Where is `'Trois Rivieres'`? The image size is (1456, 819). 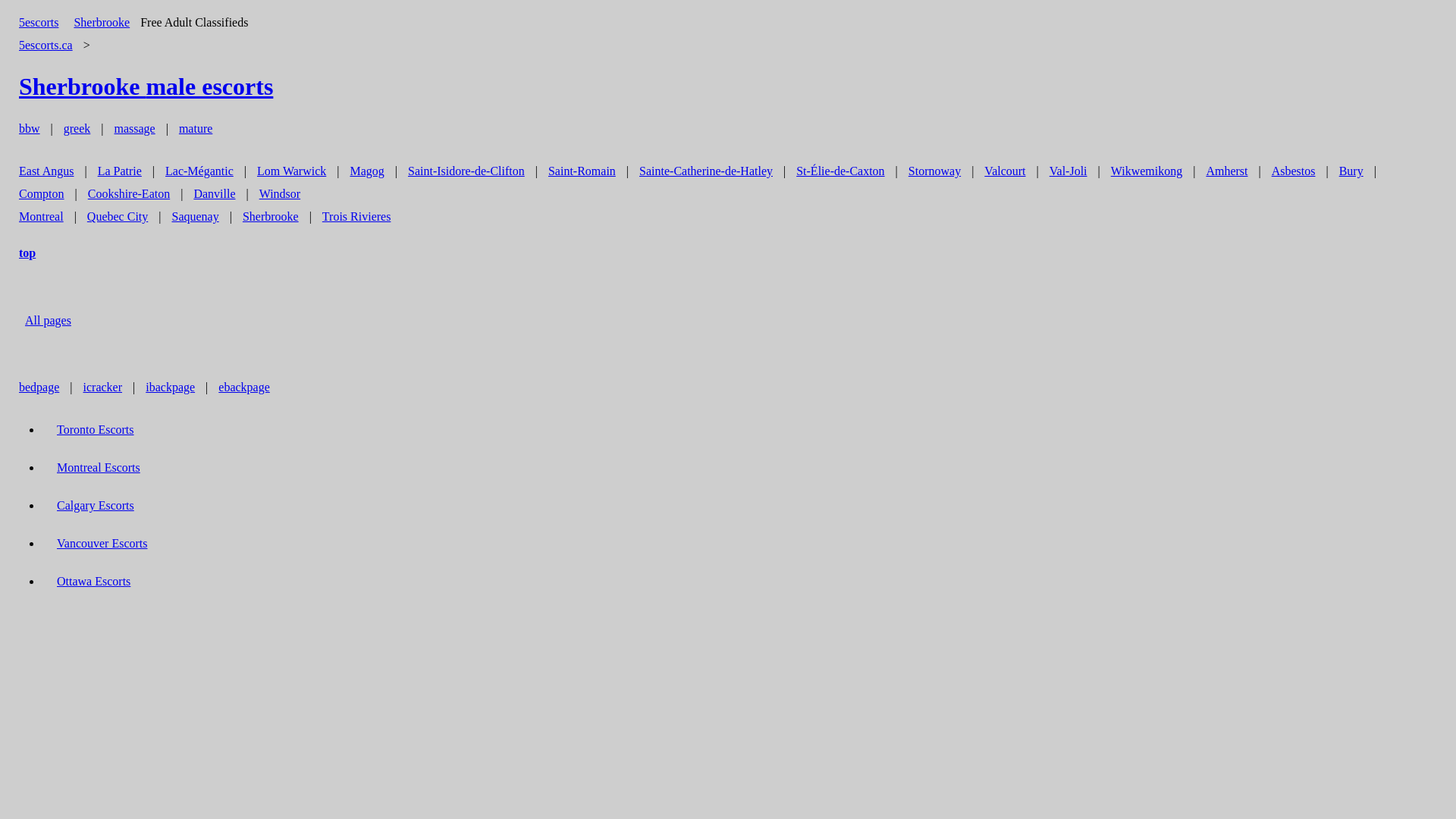 'Trois Rivieres' is located at coordinates (356, 216).